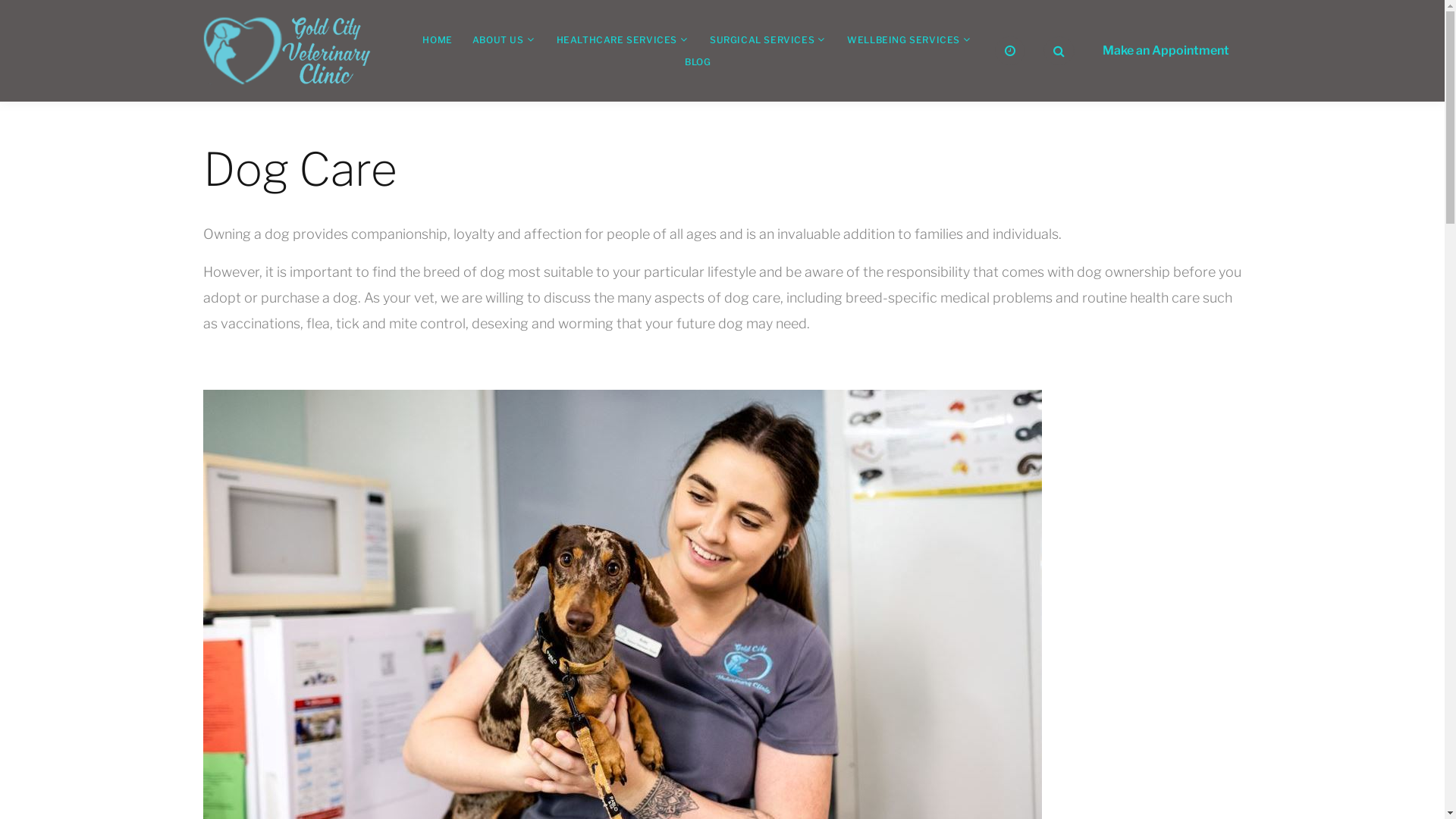 The width and height of the screenshot is (1456, 819). I want to click on 'ABOUT US', so click(498, 39).